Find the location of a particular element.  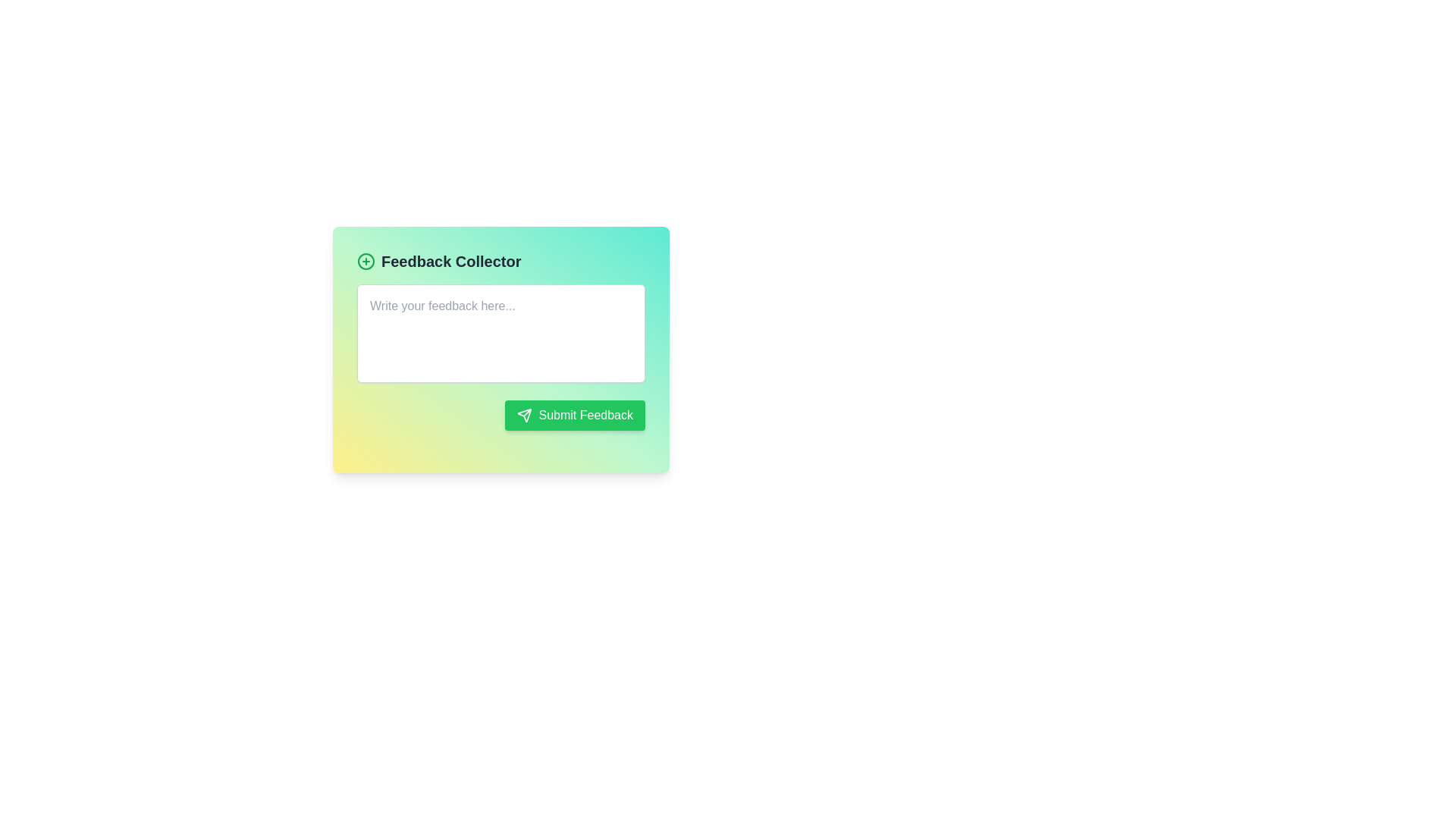

the send action icon located in the bottom-right corner of the 'Submit Feedback' button within the SVG component is located at coordinates (525, 415).